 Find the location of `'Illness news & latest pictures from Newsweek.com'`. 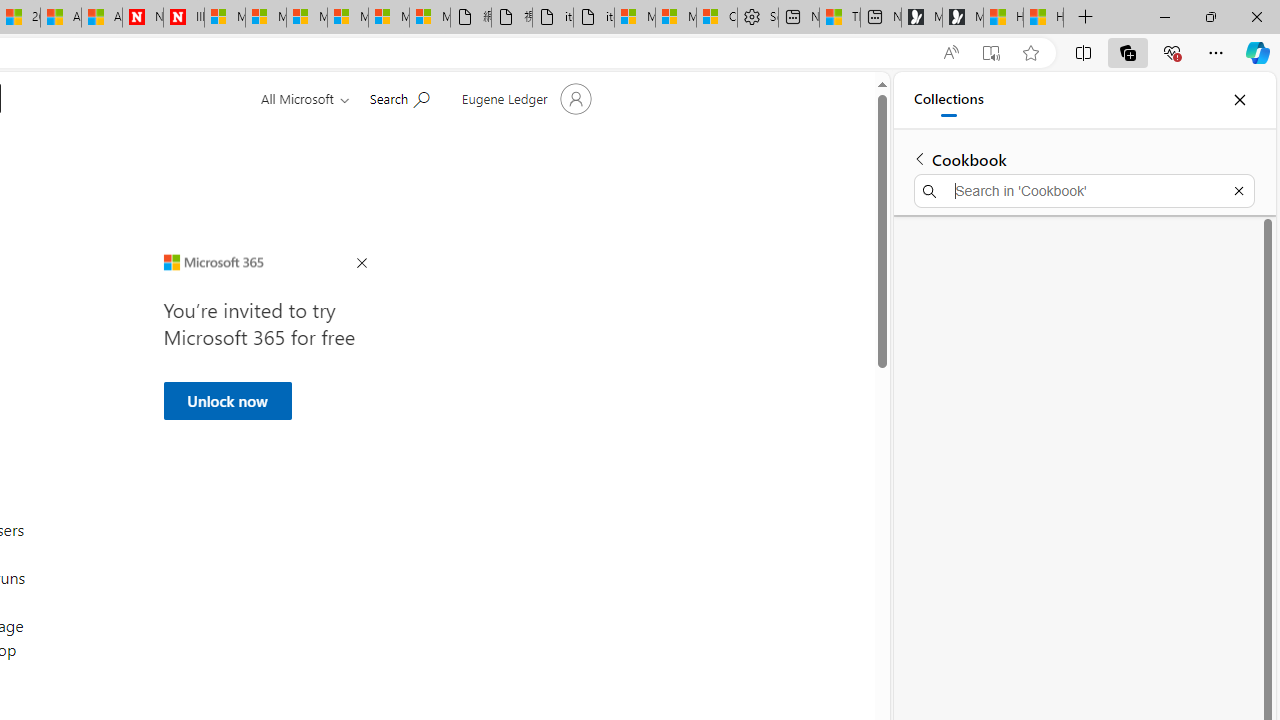

'Illness news & latest pictures from Newsweek.com' is located at coordinates (183, 17).